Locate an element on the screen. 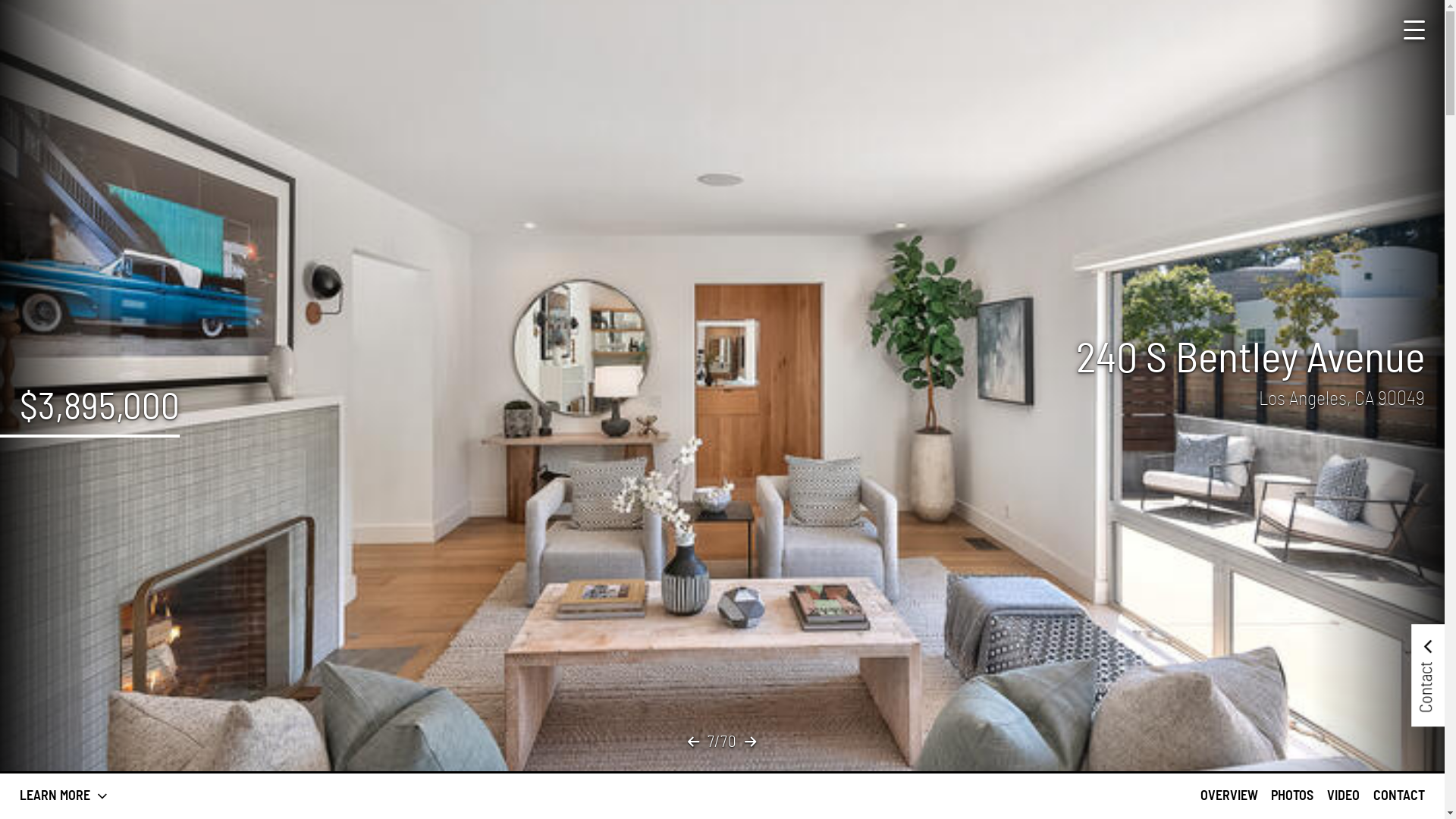 The image size is (1456, 819). 'OVERVIEW' is located at coordinates (1229, 795).